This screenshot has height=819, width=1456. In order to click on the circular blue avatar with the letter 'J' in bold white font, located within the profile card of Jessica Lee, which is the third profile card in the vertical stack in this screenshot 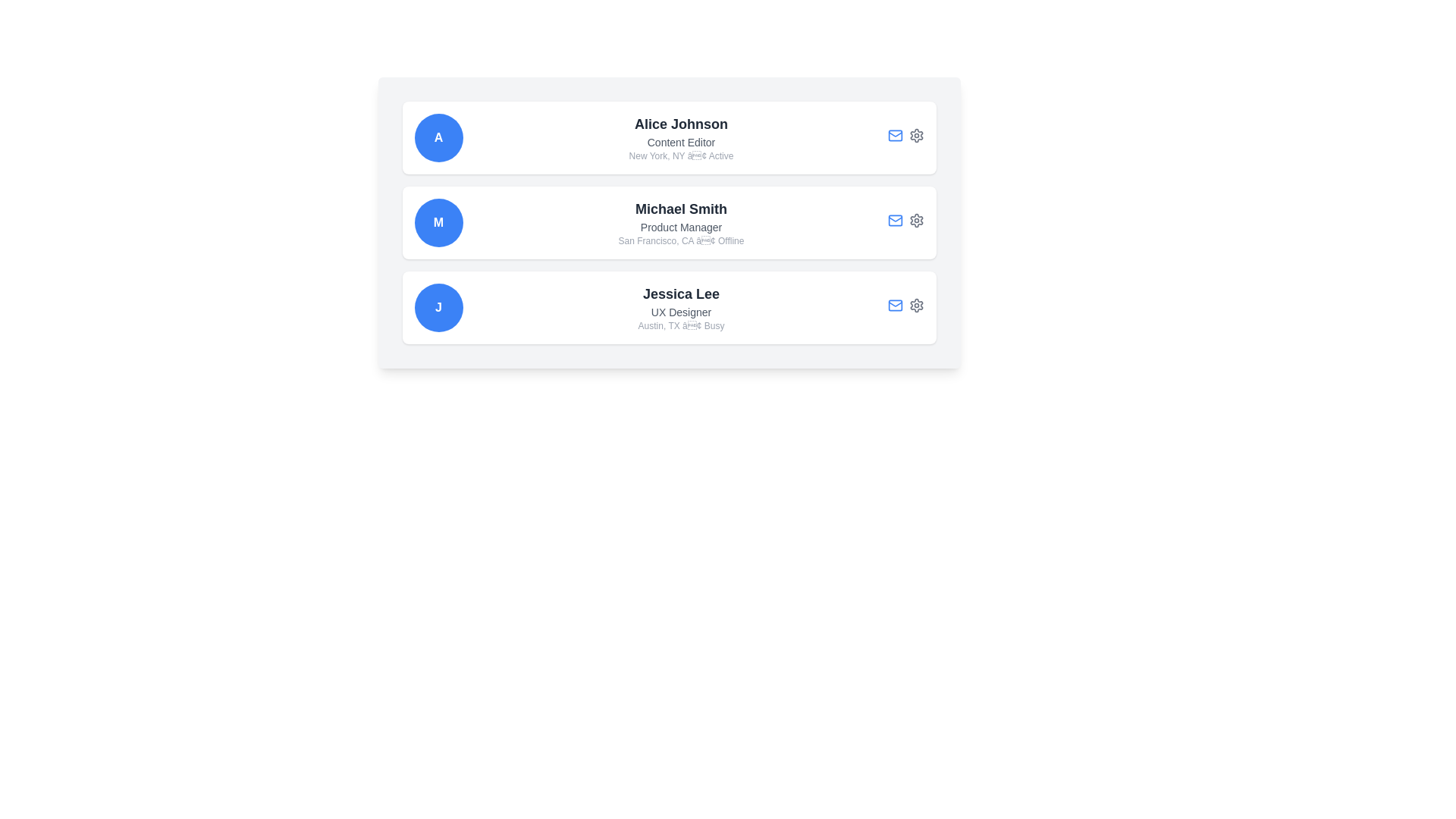, I will do `click(438, 307)`.